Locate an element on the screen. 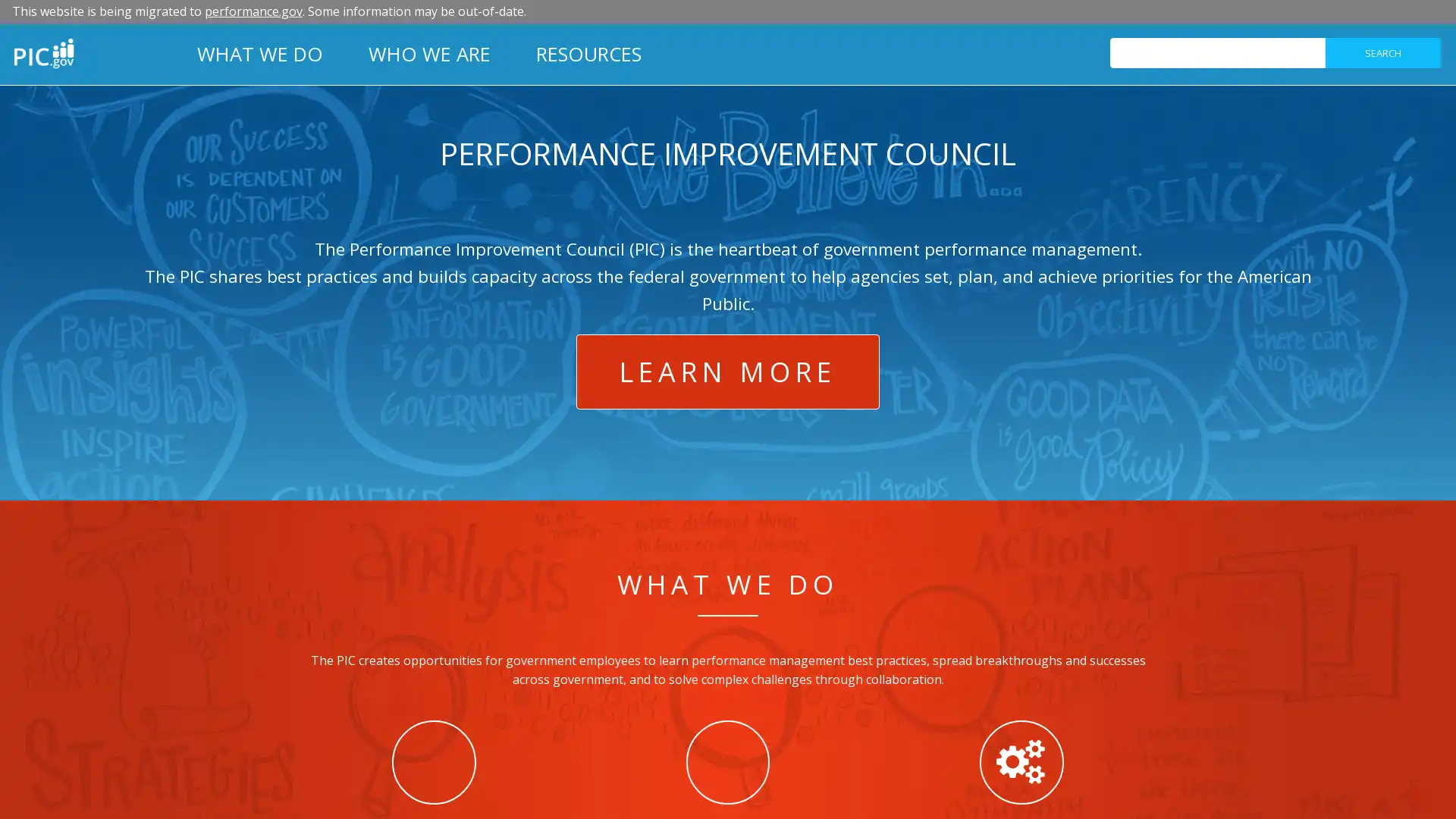 This screenshot has height=819, width=1456. Search is located at coordinates (1382, 52).